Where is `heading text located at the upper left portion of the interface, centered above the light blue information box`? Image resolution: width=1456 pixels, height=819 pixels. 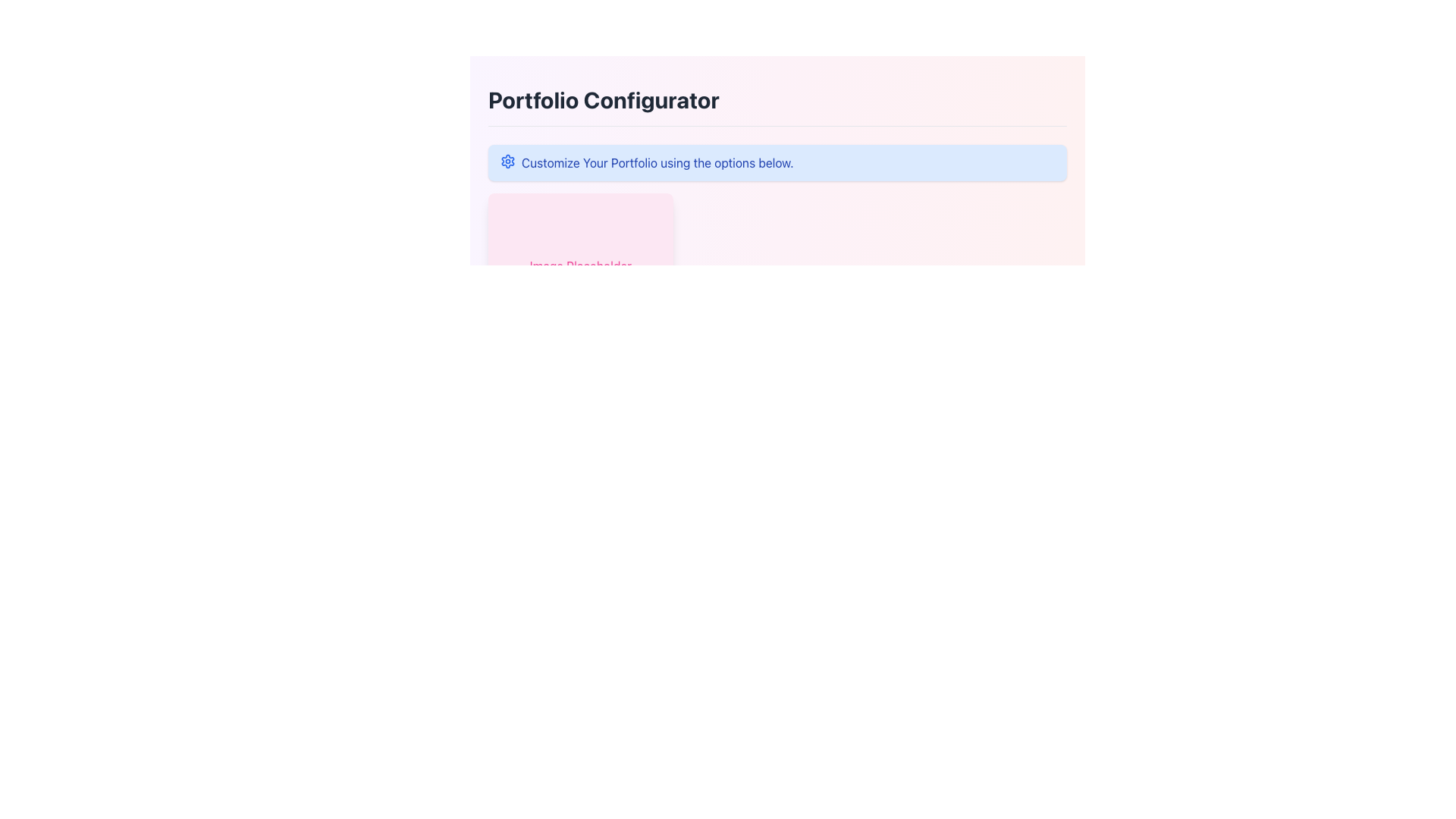
heading text located at the upper left portion of the interface, centered above the light blue information box is located at coordinates (603, 99).